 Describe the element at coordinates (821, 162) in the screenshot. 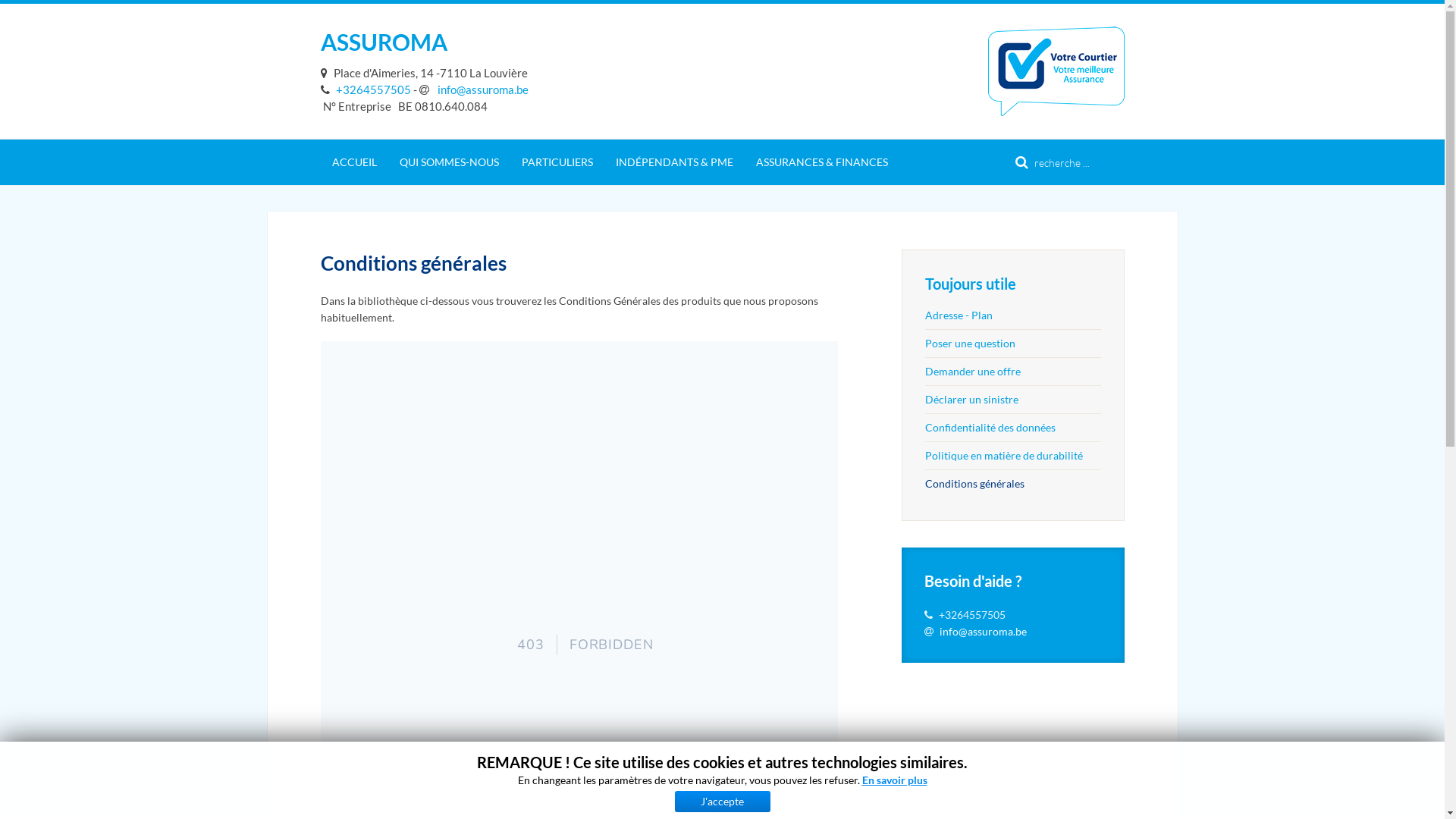

I see `'ASSURANCES & FINANCES'` at that location.